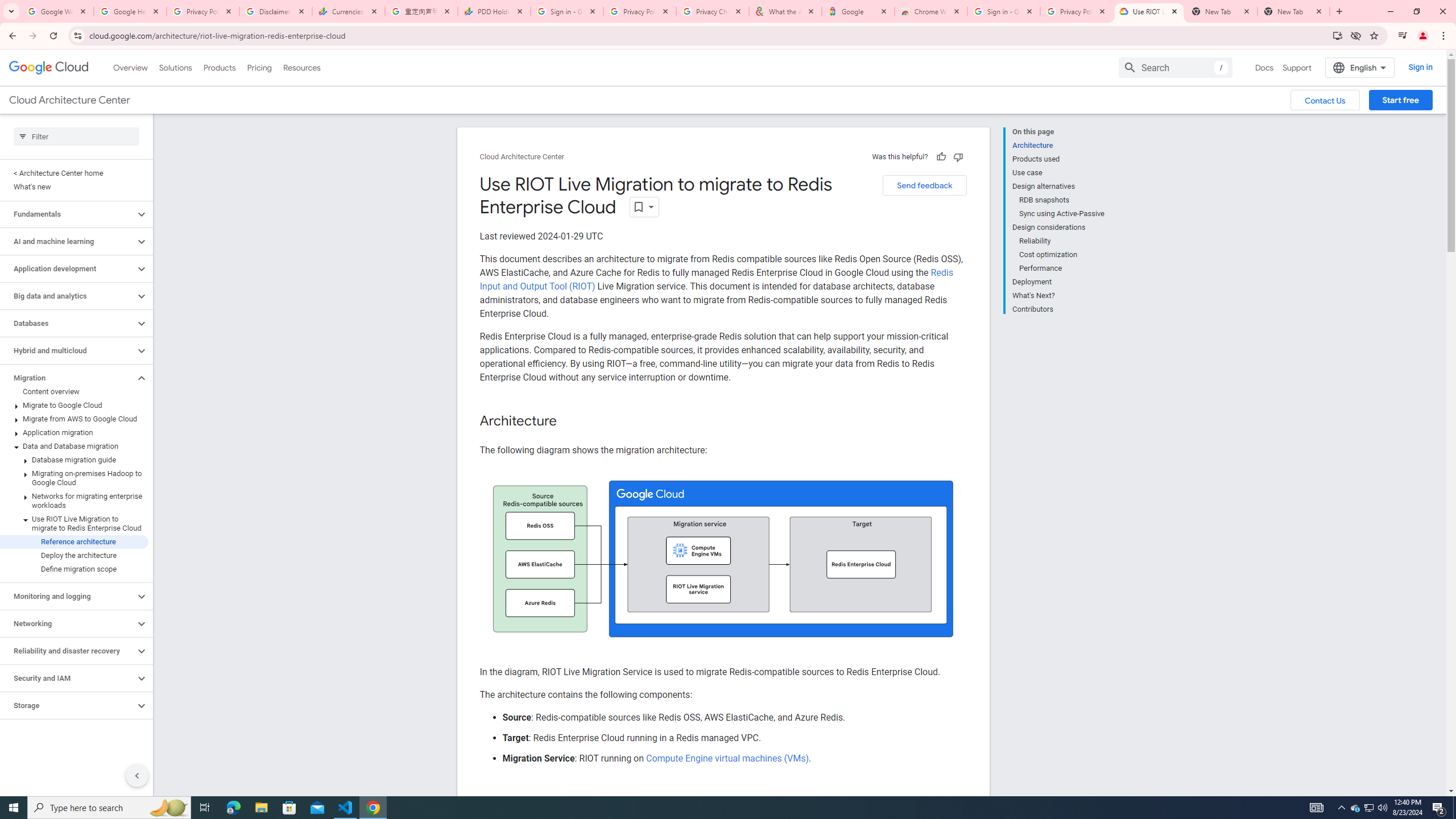 The image size is (1456, 819). What do you see at coordinates (348, 11) in the screenshot?
I see `'Currencies - Google Finance'` at bounding box center [348, 11].